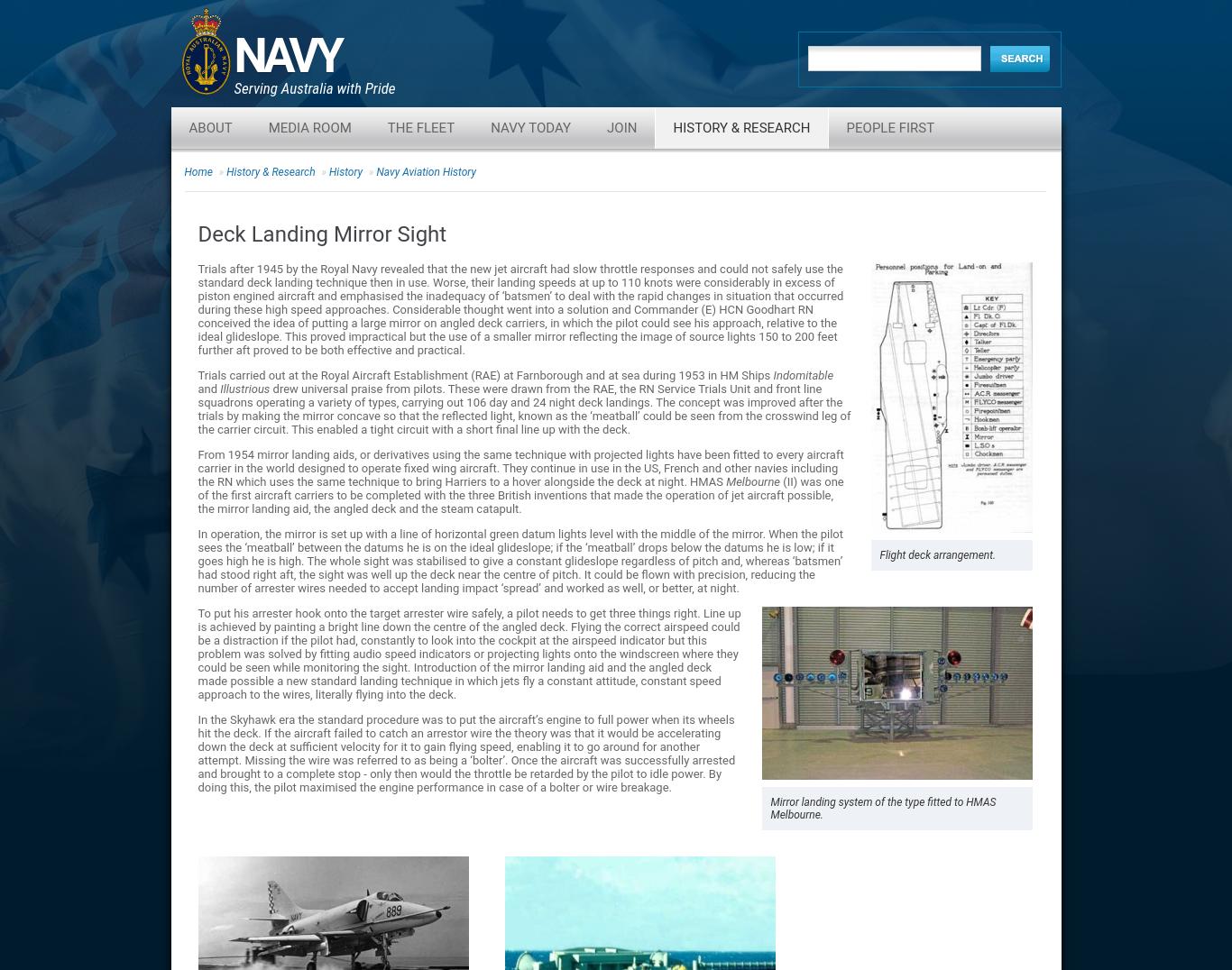 The width and height of the screenshot is (1232, 970). Describe the element at coordinates (196, 468) in the screenshot. I see `'From 1954 mirror landing aids, or derivatives using the same technique with projected lights have been fitted to every aircraft carrier in the world designed to operate fixed wing aircraft. They continue in use in the US, French and other navies including the RN which uses the same technique to bring Harriers to a hover alongside the deck at night. HMAS'` at that location.